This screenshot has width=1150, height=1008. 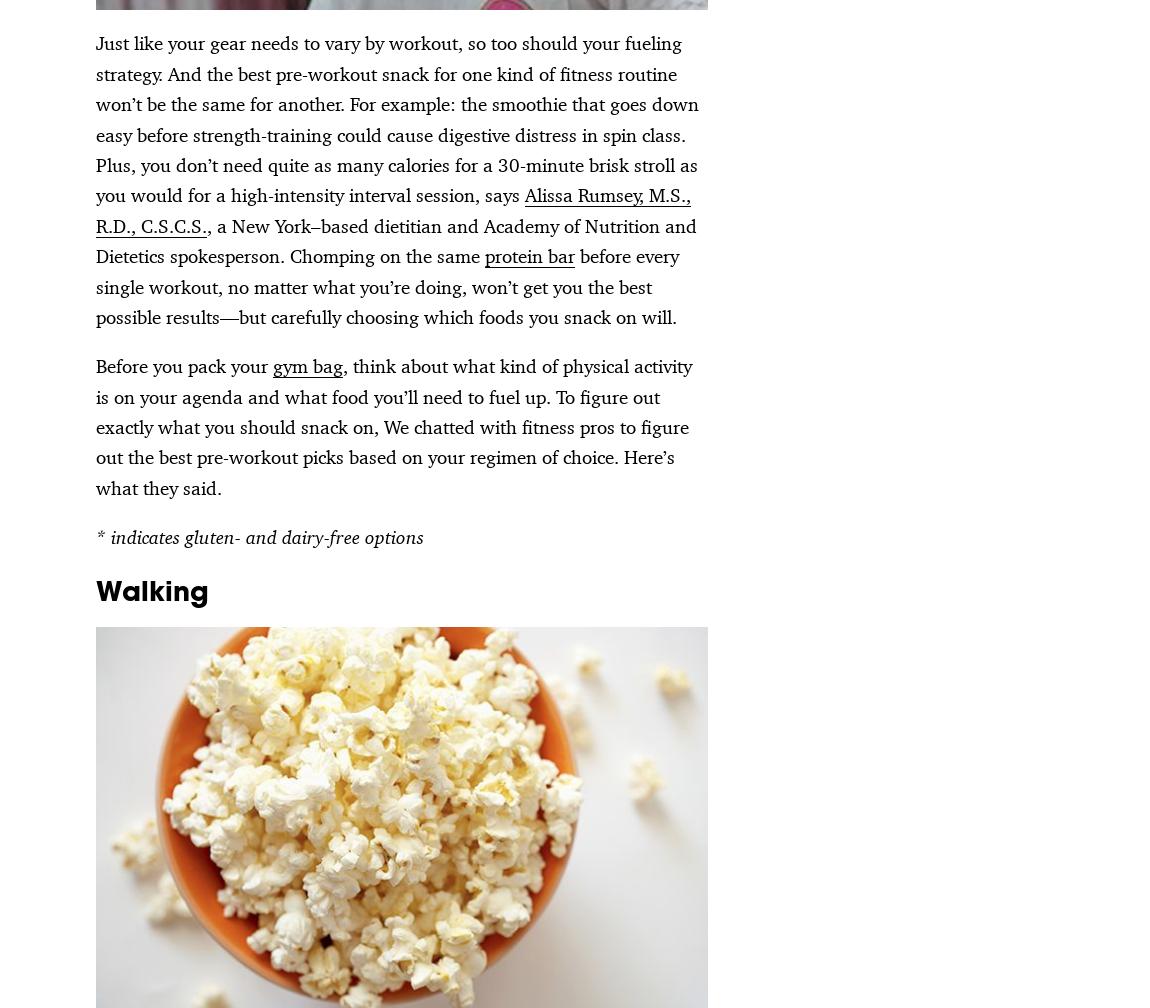 What do you see at coordinates (966, 253) in the screenshot?
I see `'The 10 Best Arm Stretches to Add to Your Workout'` at bounding box center [966, 253].